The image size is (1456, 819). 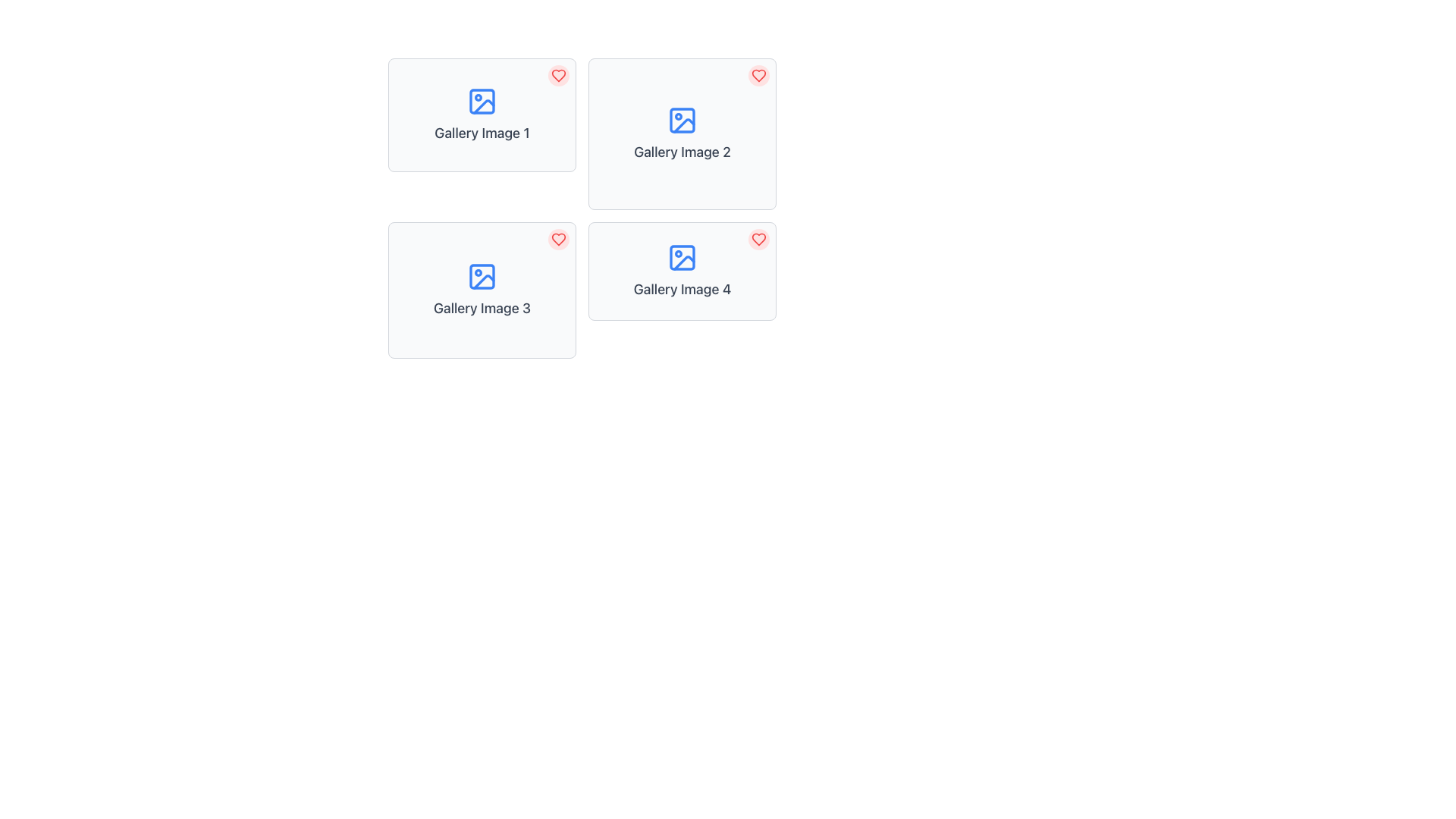 What do you see at coordinates (481, 290) in the screenshot?
I see `the card labeled 'Gallery Image 3' which is styled with rounded corners and located in the third position of the grid layout` at bounding box center [481, 290].